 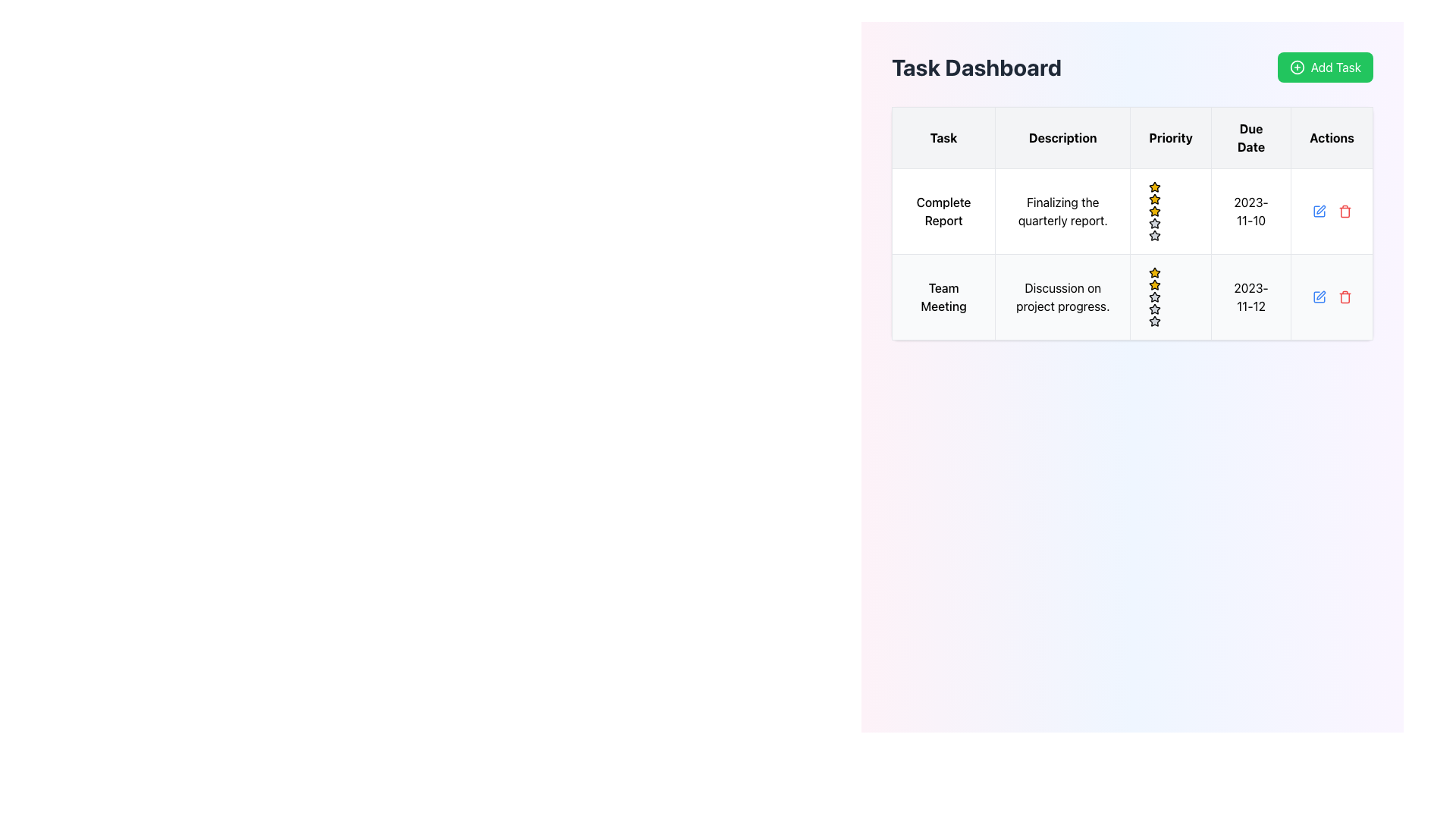 I want to click on the first Rating Star in the priority column for the 'Complete Report' task, indicating its importance or urgency, so click(x=1154, y=186).